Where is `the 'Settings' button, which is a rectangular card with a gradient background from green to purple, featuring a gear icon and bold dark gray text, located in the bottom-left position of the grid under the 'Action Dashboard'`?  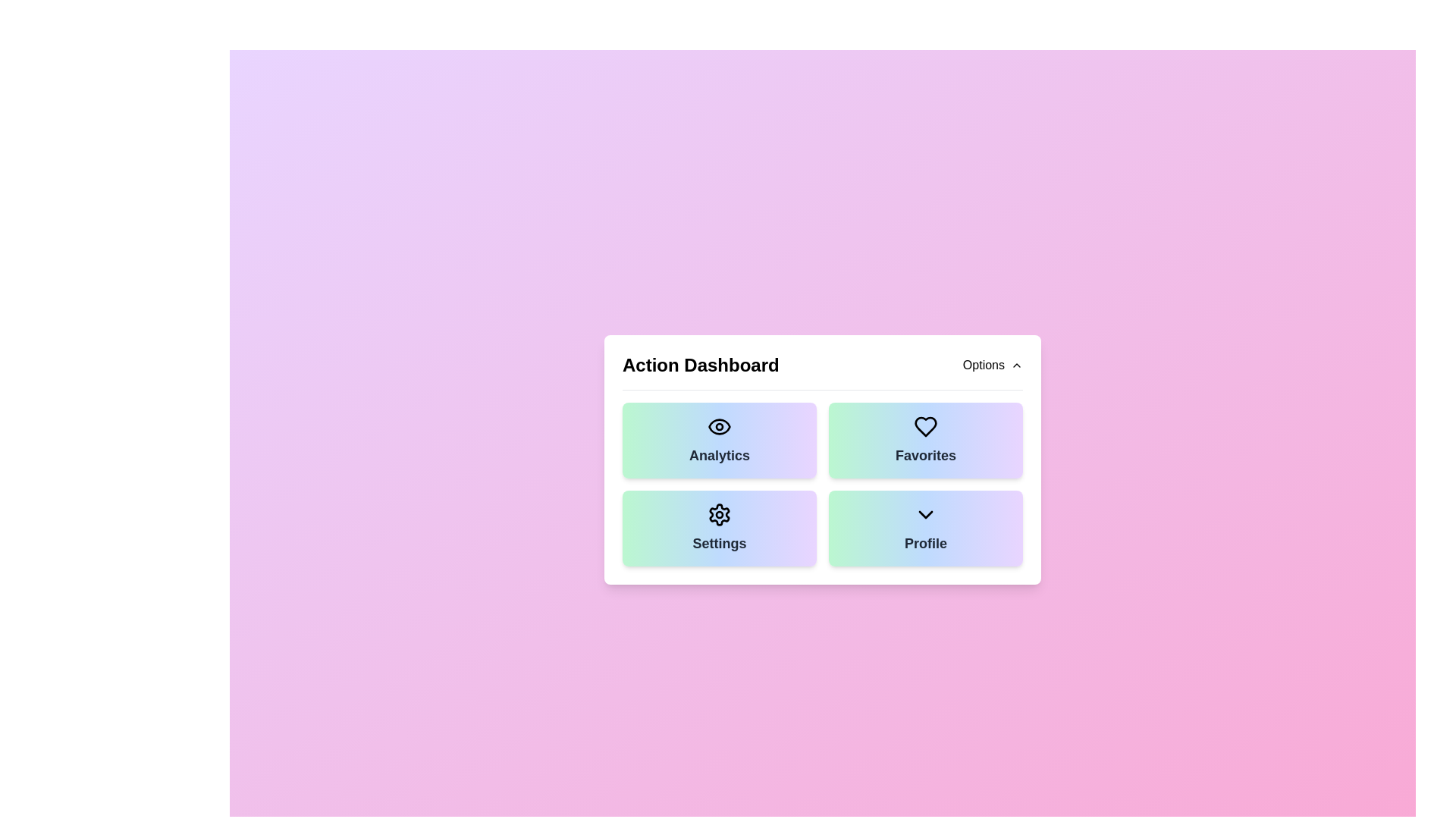
the 'Settings' button, which is a rectangular card with a gradient background from green to purple, featuring a gear icon and bold dark gray text, located in the bottom-left position of the grid under the 'Action Dashboard' is located at coordinates (719, 527).